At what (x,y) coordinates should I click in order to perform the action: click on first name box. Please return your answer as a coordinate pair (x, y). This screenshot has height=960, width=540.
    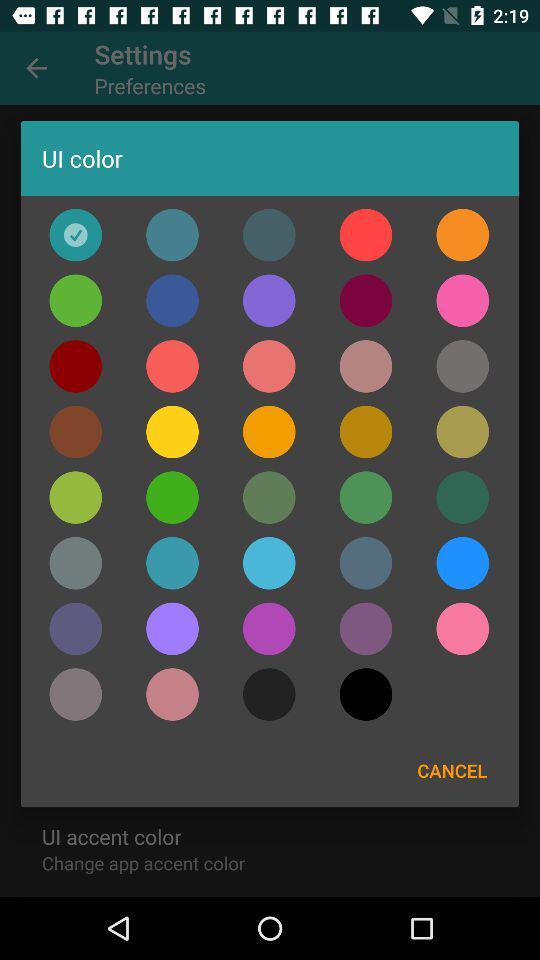
    Looking at the image, I should click on (365, 365).